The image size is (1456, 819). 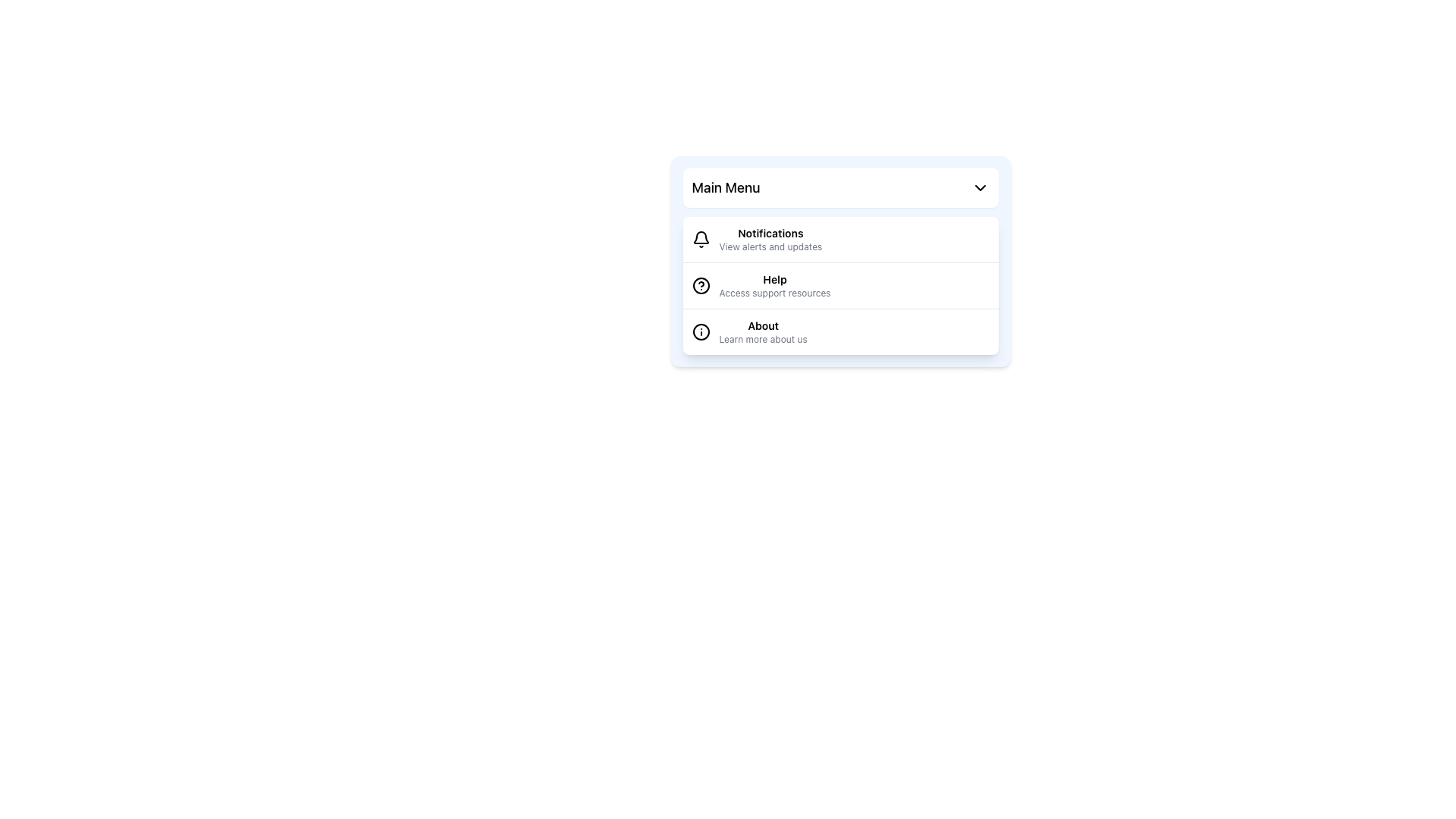 I want to click on the 'Notifications' icon located in the 'Main Menu' to activate its functionality, so click(x=700, y=239).